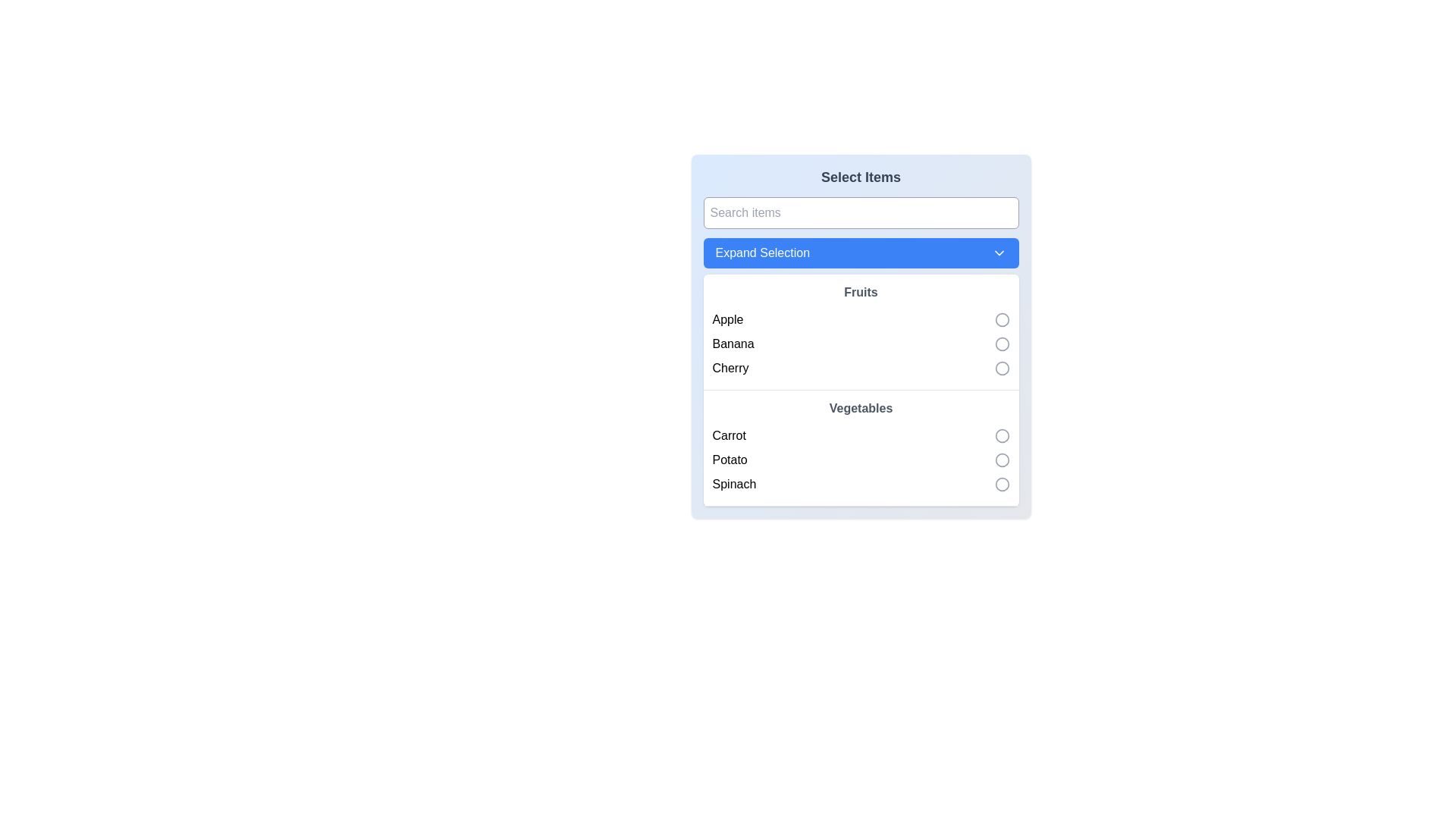 The image size is (1456, 819). What do you see at coordinates (1002, 459) in the screenshot?
I see `the second radio button under the 'Vegetables' group labeled 'Potato'` at bounding box center [1002, 459].